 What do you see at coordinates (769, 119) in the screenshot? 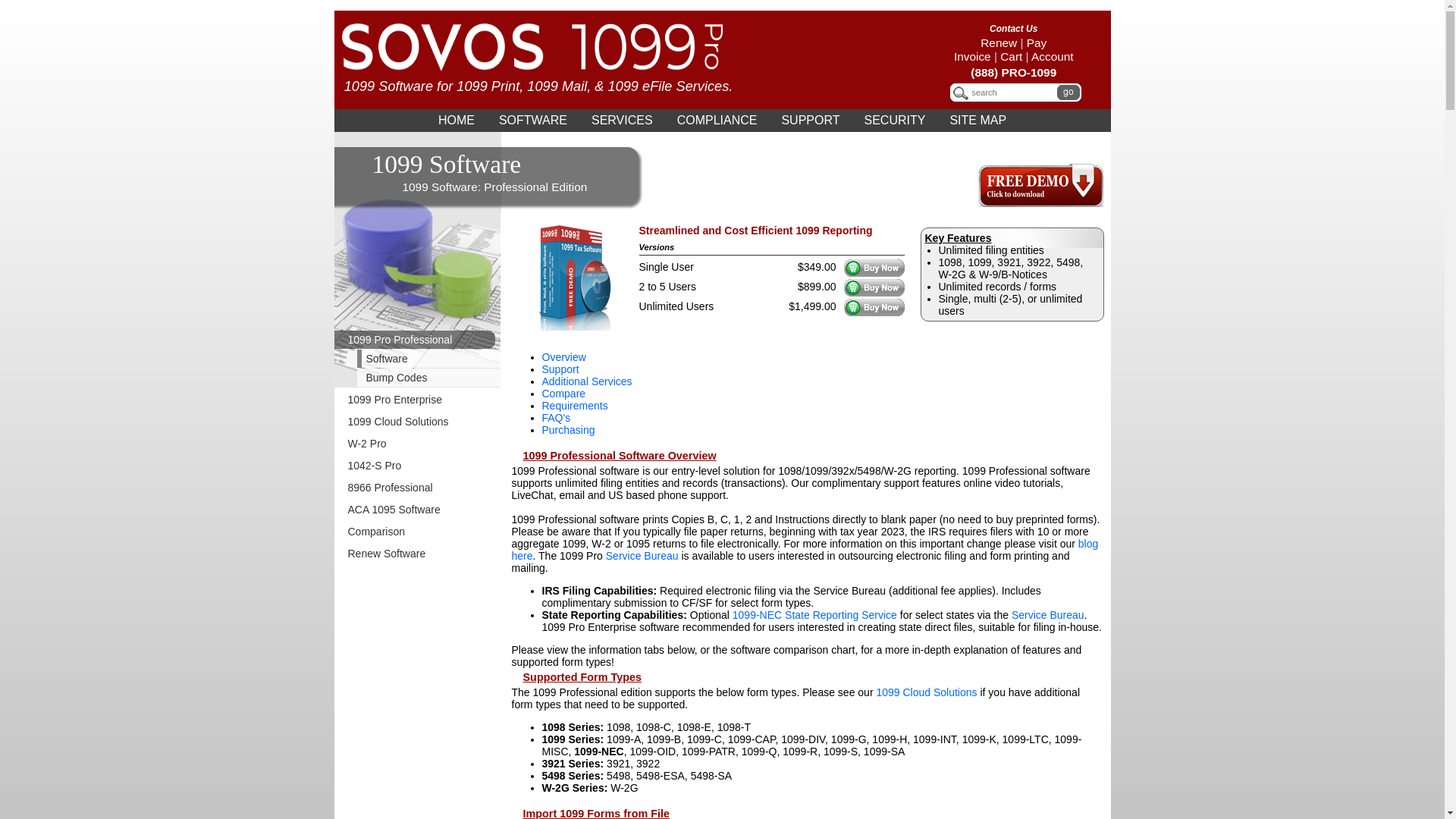
I see `'SUPPORT'` at bounding box center [769, 119].